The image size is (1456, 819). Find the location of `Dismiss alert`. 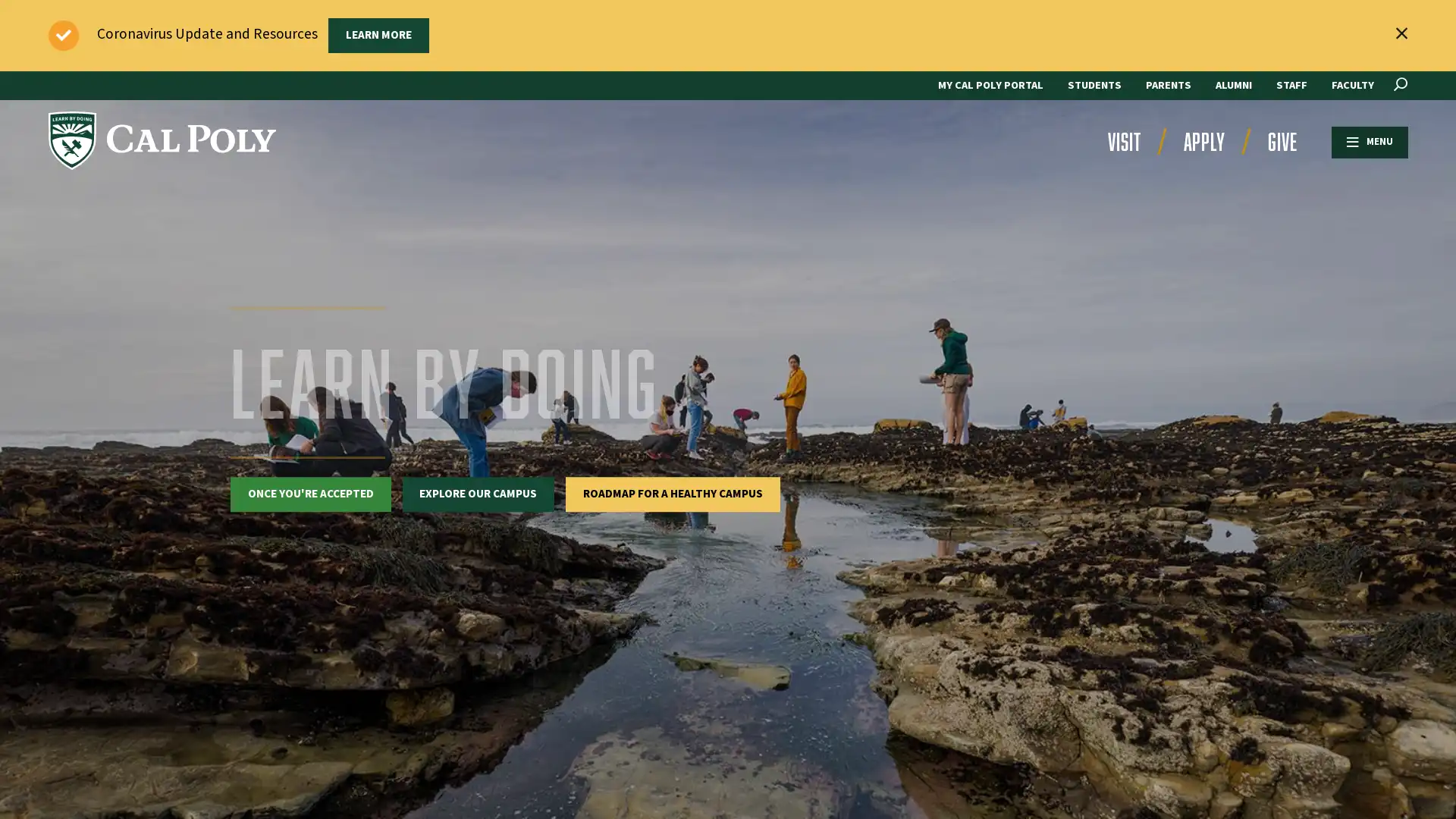

Dismiss alert is located at coordinates (1401, 33).